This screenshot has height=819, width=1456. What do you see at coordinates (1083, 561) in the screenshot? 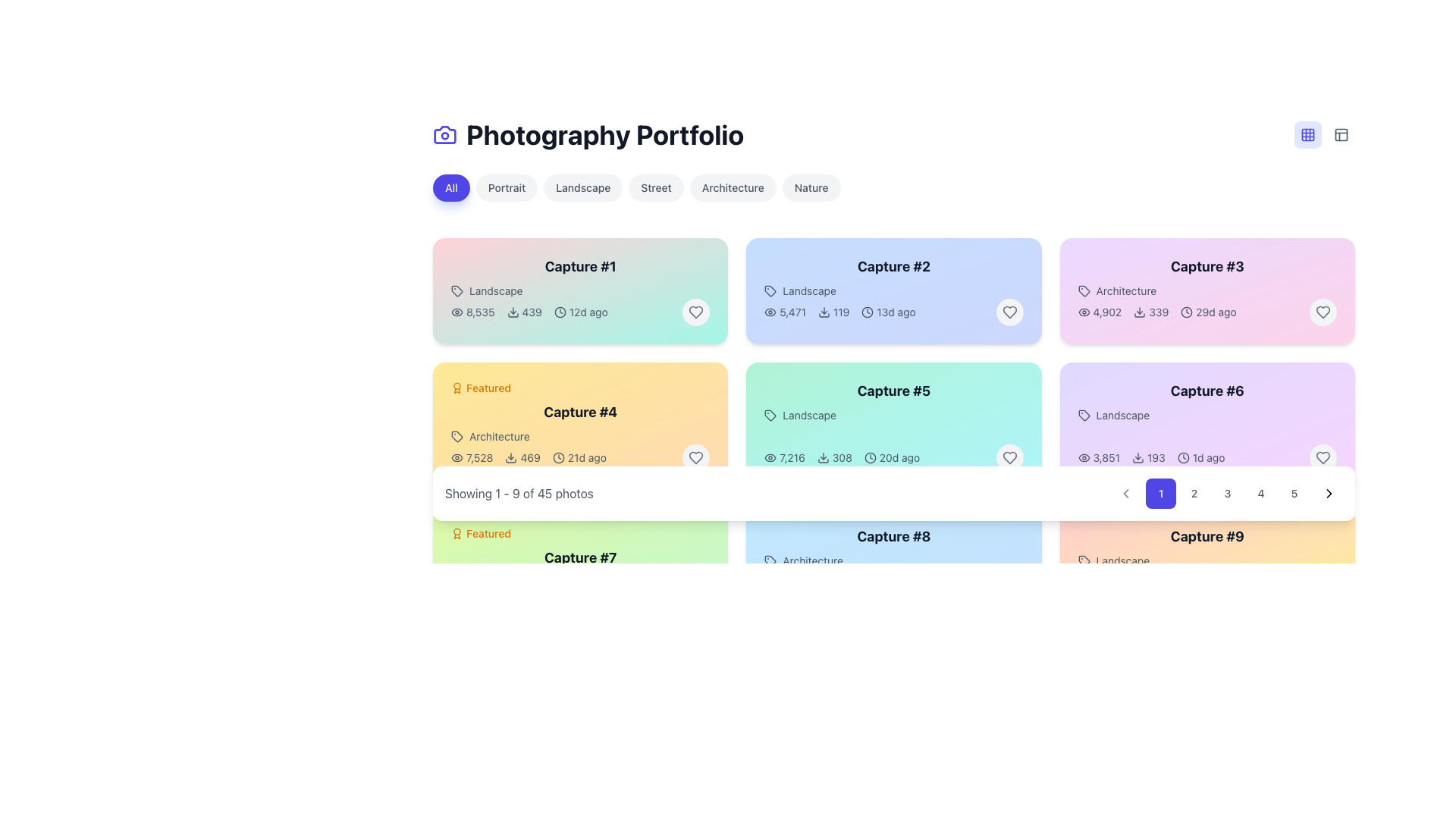
I see `the icon representing the 'Landscape' category, which is positioned to the left of the text 'Landscape' in the upper section of the interface` at bounding box center [1083, 561].